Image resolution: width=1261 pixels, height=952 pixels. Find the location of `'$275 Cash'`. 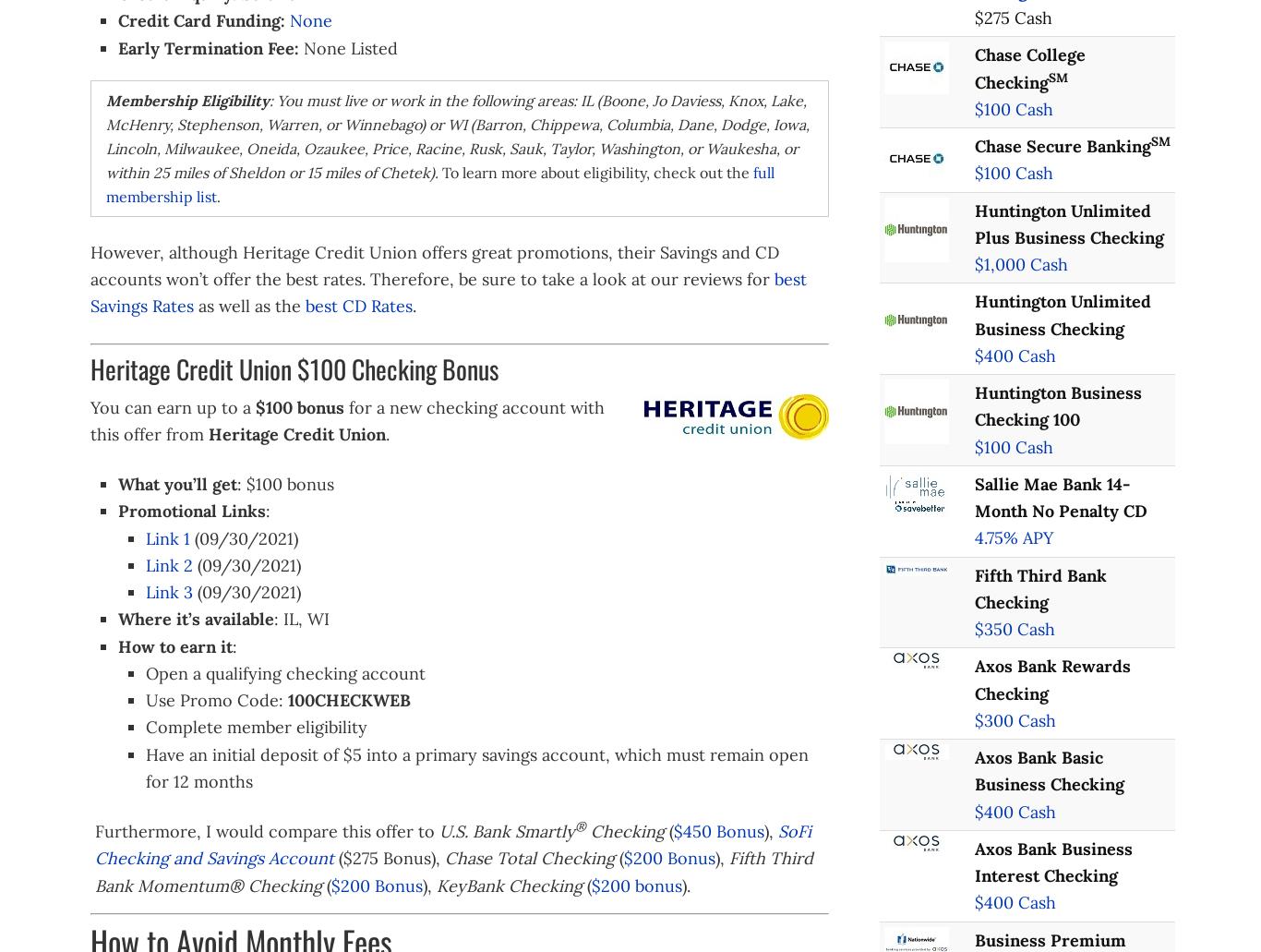

'$275 Cash' is located at coordinates (1012, 18).